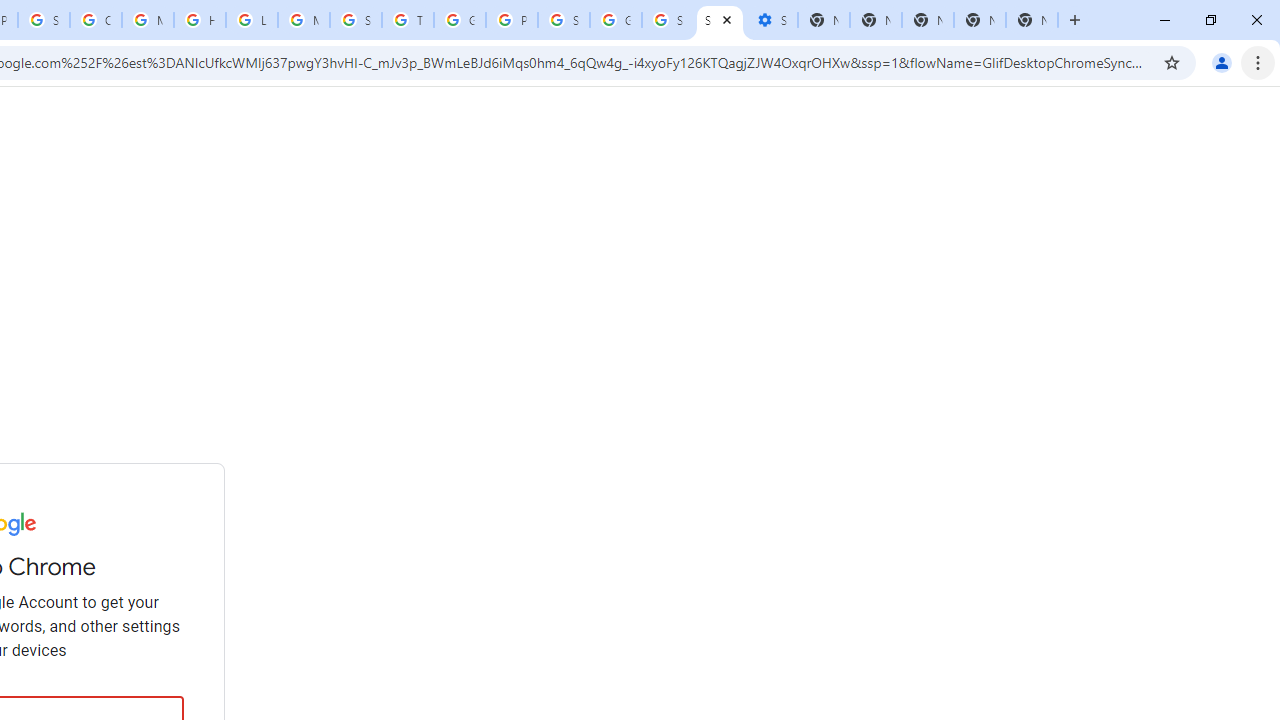 This screenshot has width=1280, height=720. Describe the element at coordinates (406, 20) in the screenshot. I see `'Trusted Information and Content - Google Safety Center'` at that location.